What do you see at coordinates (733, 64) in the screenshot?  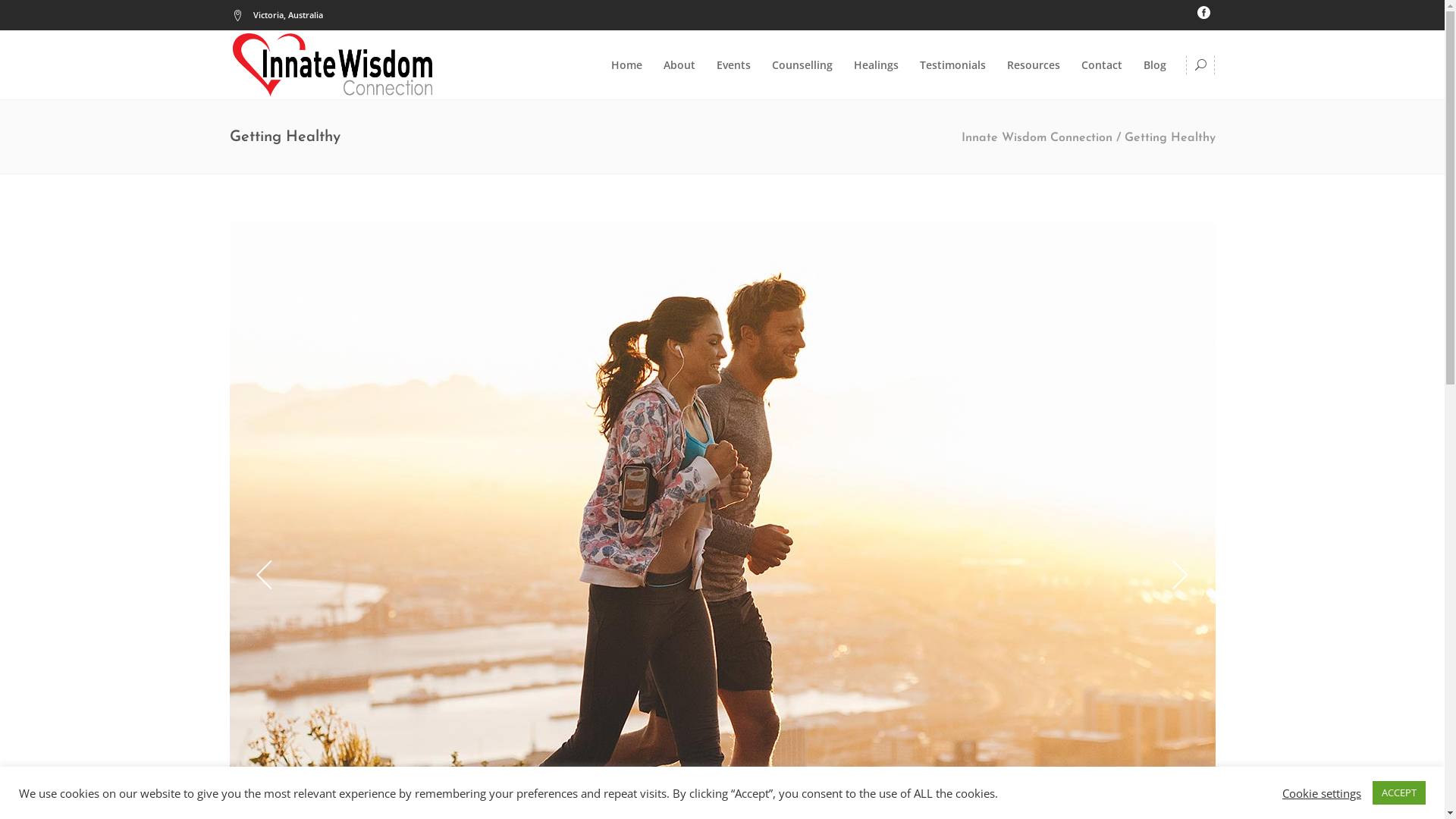 I see `'Events'` at bounding box center [733, 64].